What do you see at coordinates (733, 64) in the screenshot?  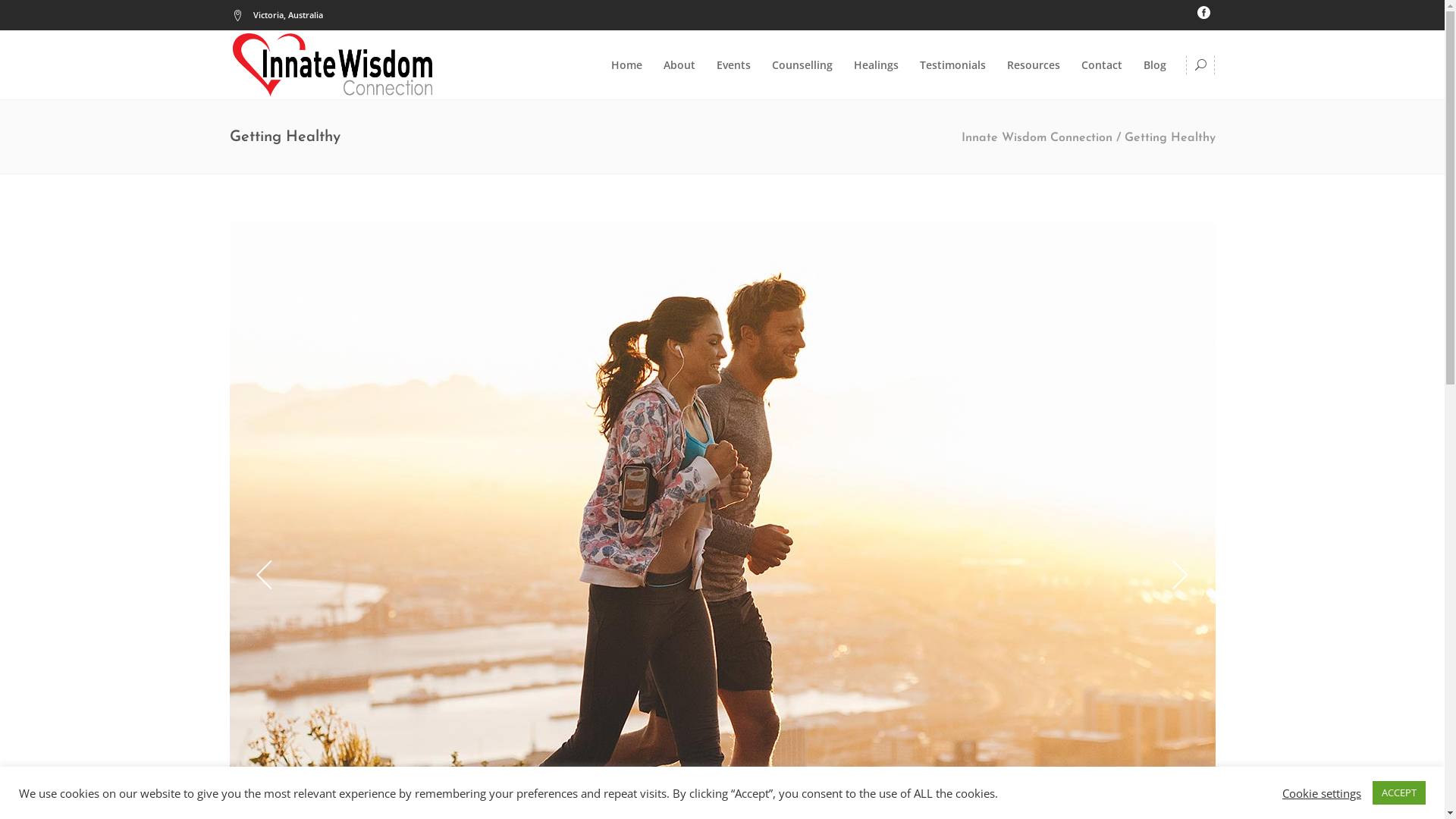 I see `'Events'` at bounding box center [733, 64].